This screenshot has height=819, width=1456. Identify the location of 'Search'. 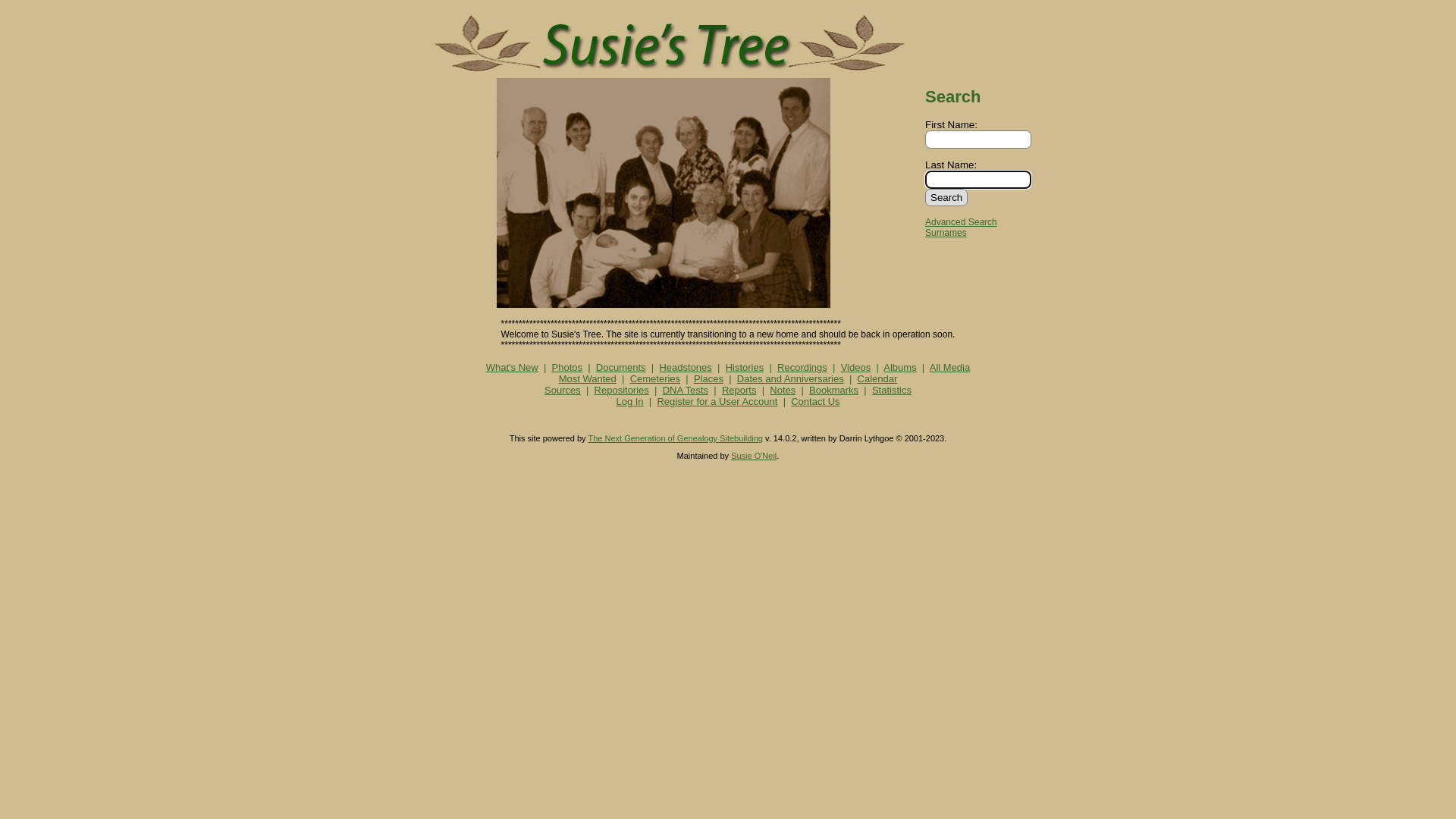
(946, 196).